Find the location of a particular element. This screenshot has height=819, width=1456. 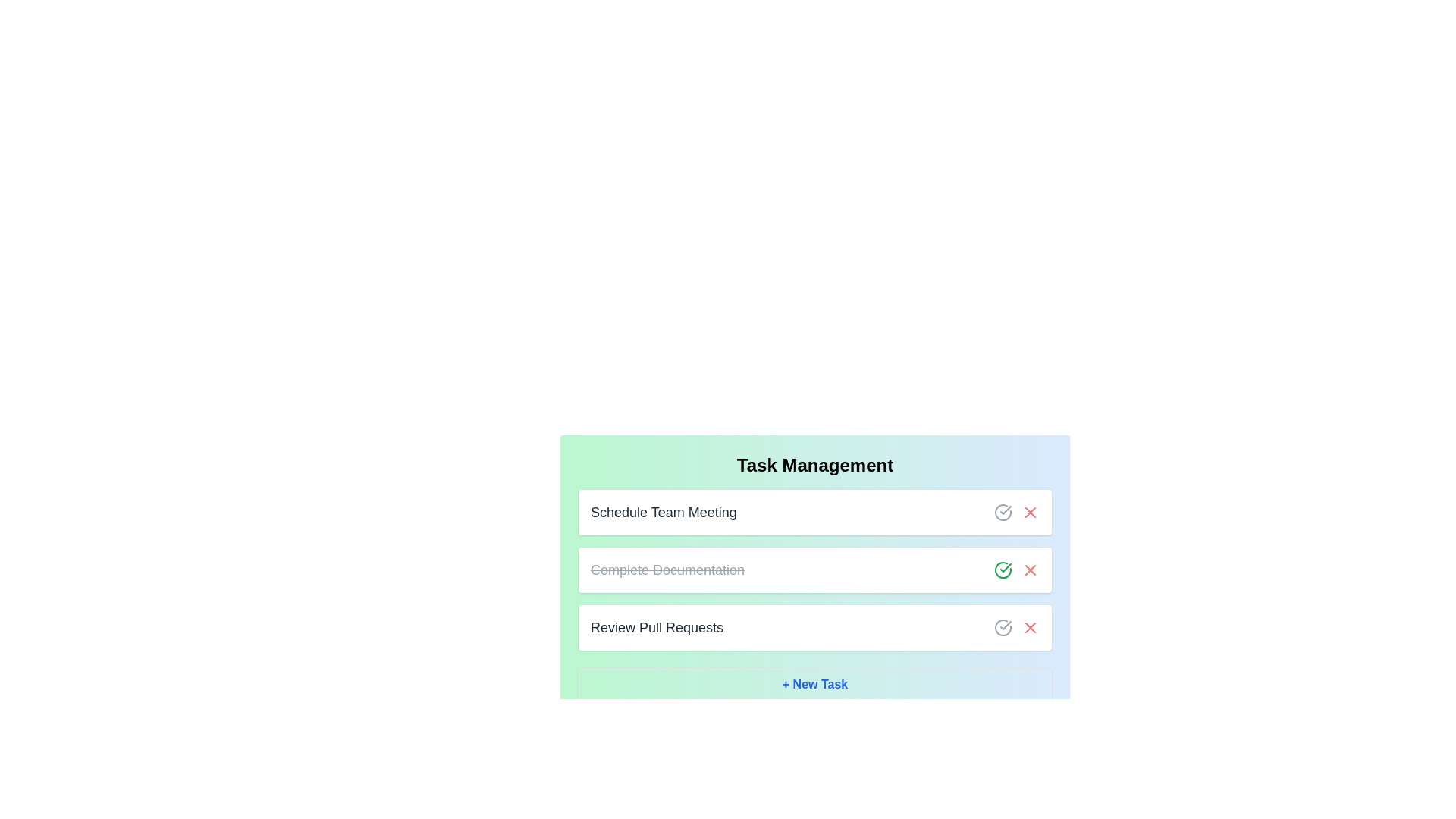

delete button for the task 'Schedule Team Meeting' is located at coordinates (1030, 512).